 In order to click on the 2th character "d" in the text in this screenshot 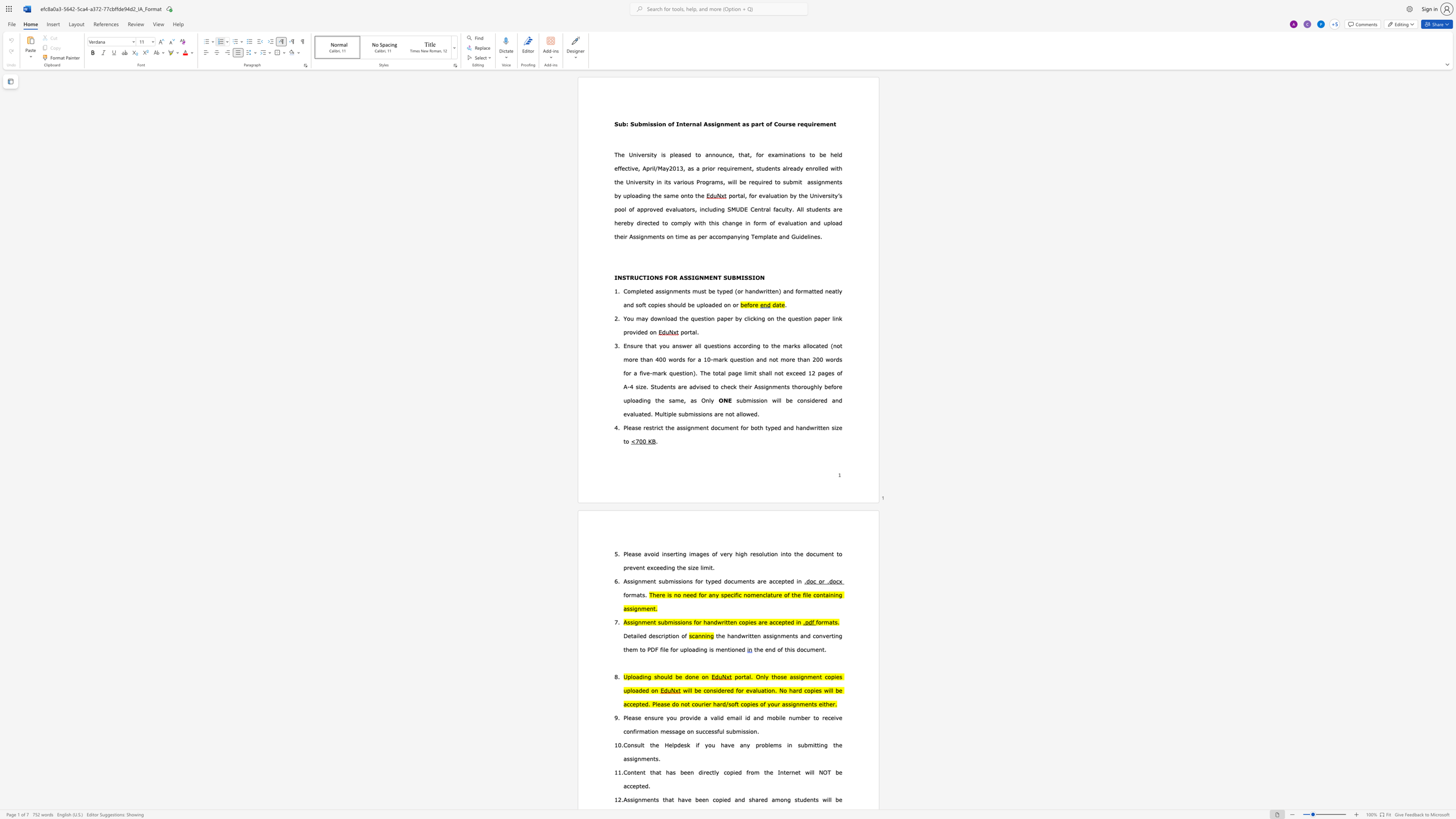, I will do `click(671, 677)`.